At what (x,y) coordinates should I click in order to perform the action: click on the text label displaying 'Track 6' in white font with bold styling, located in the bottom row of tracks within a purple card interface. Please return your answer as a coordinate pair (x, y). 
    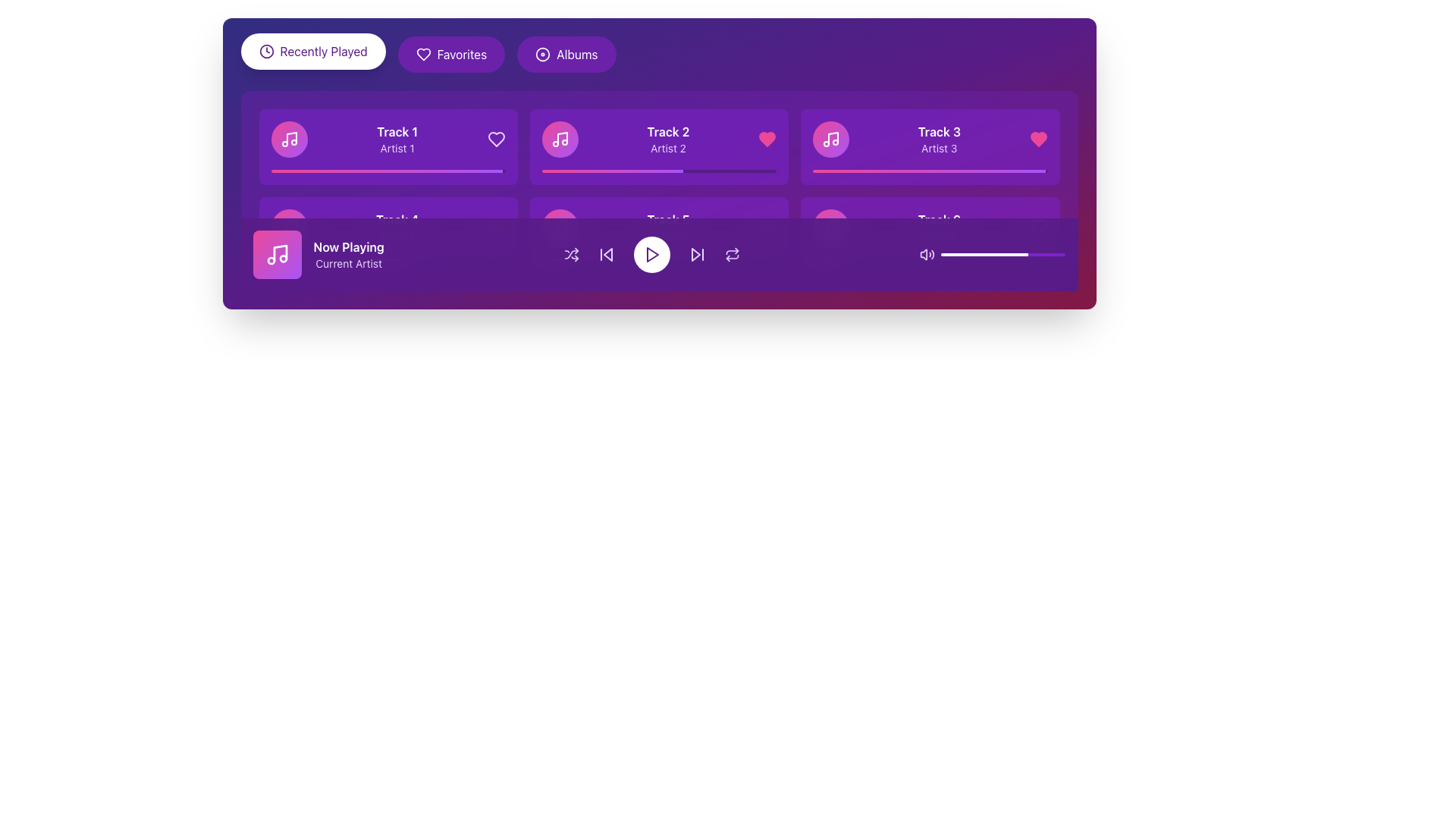
    Looking at the image, I should click on (938, 219).